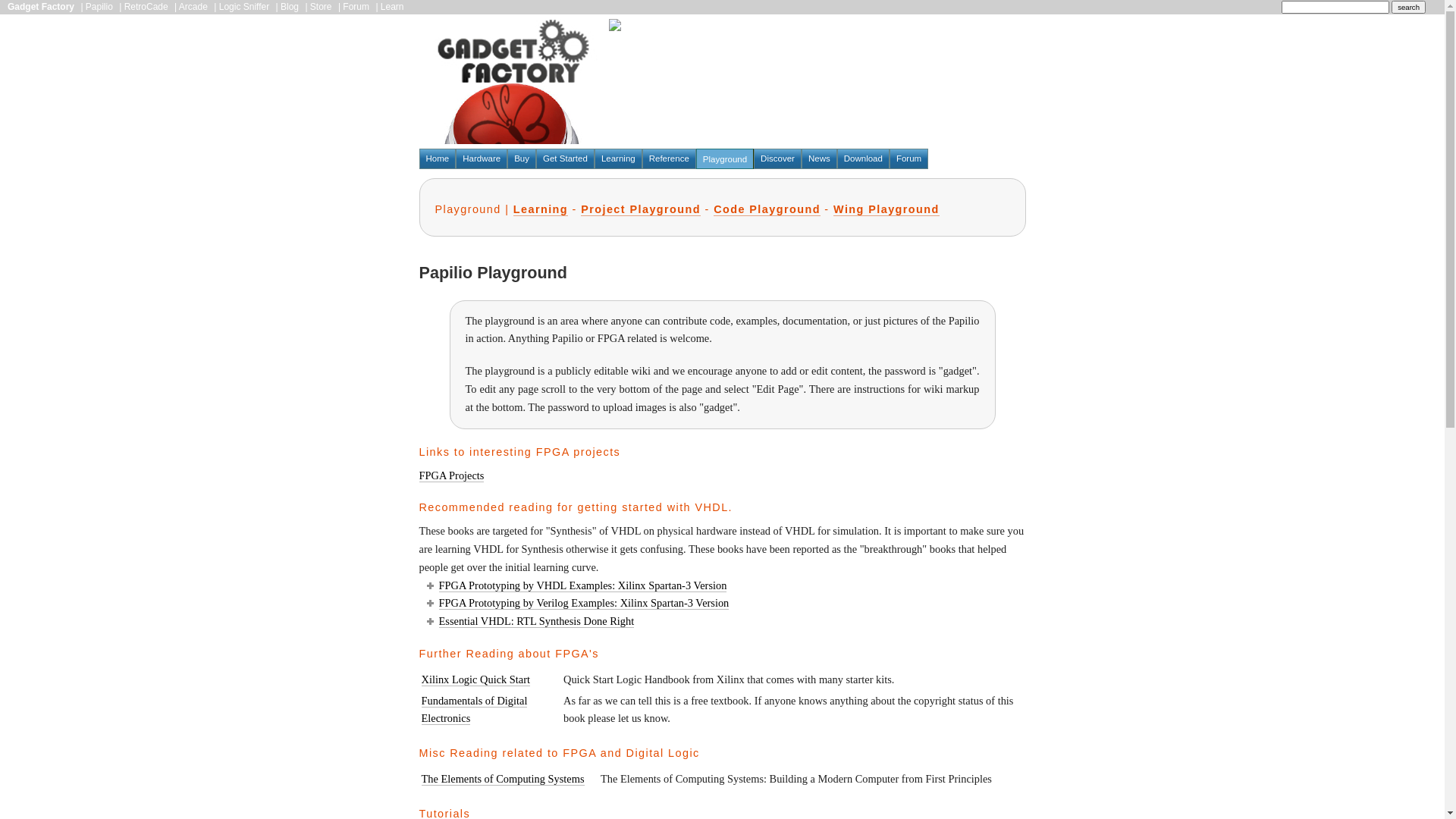 Image resolution: width=1456 pixels, height=819 pixels. I want to click on 'Hardware', so click(480, 158).